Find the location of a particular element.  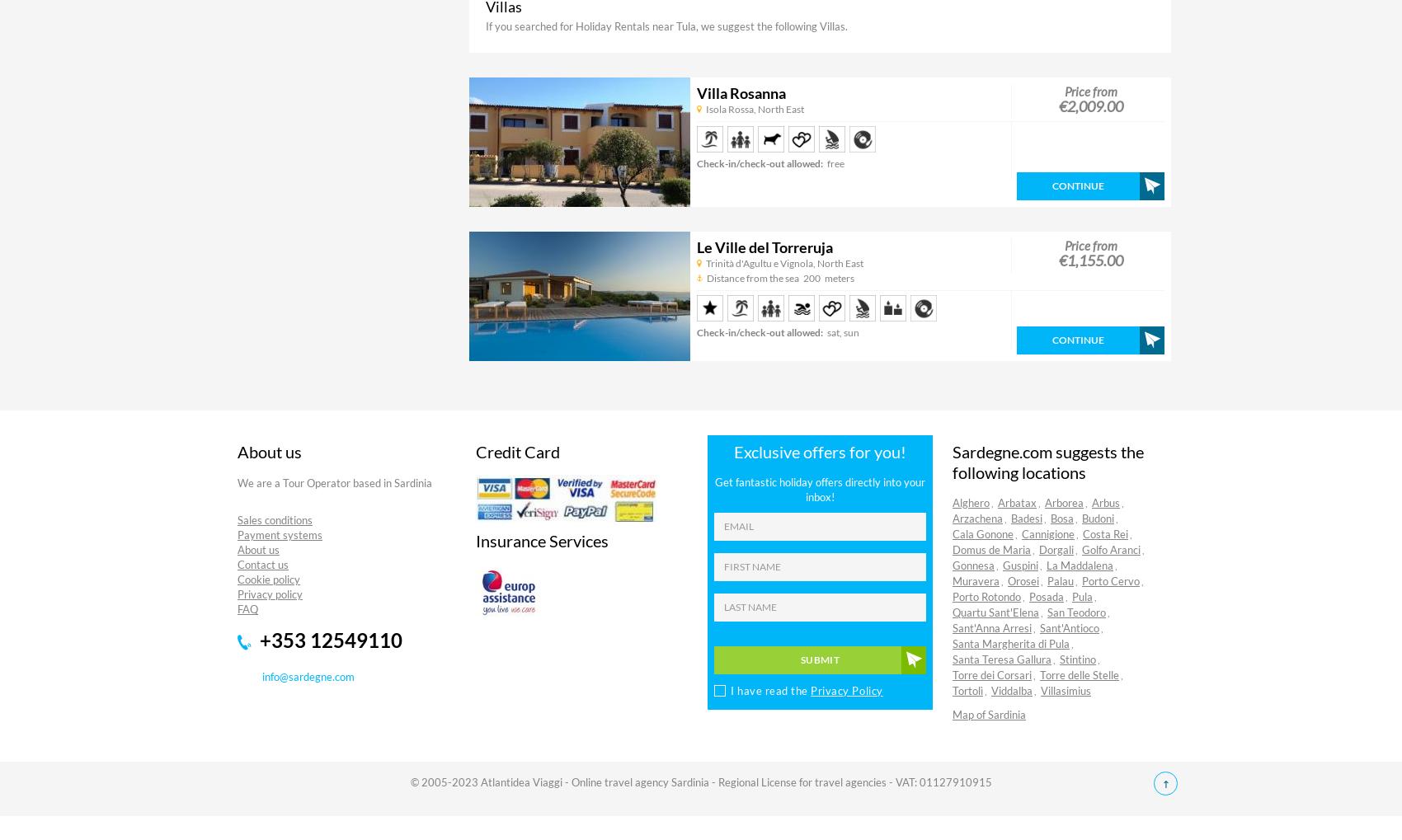

'Map of Sardinia' is located at coordinates (952, 713).